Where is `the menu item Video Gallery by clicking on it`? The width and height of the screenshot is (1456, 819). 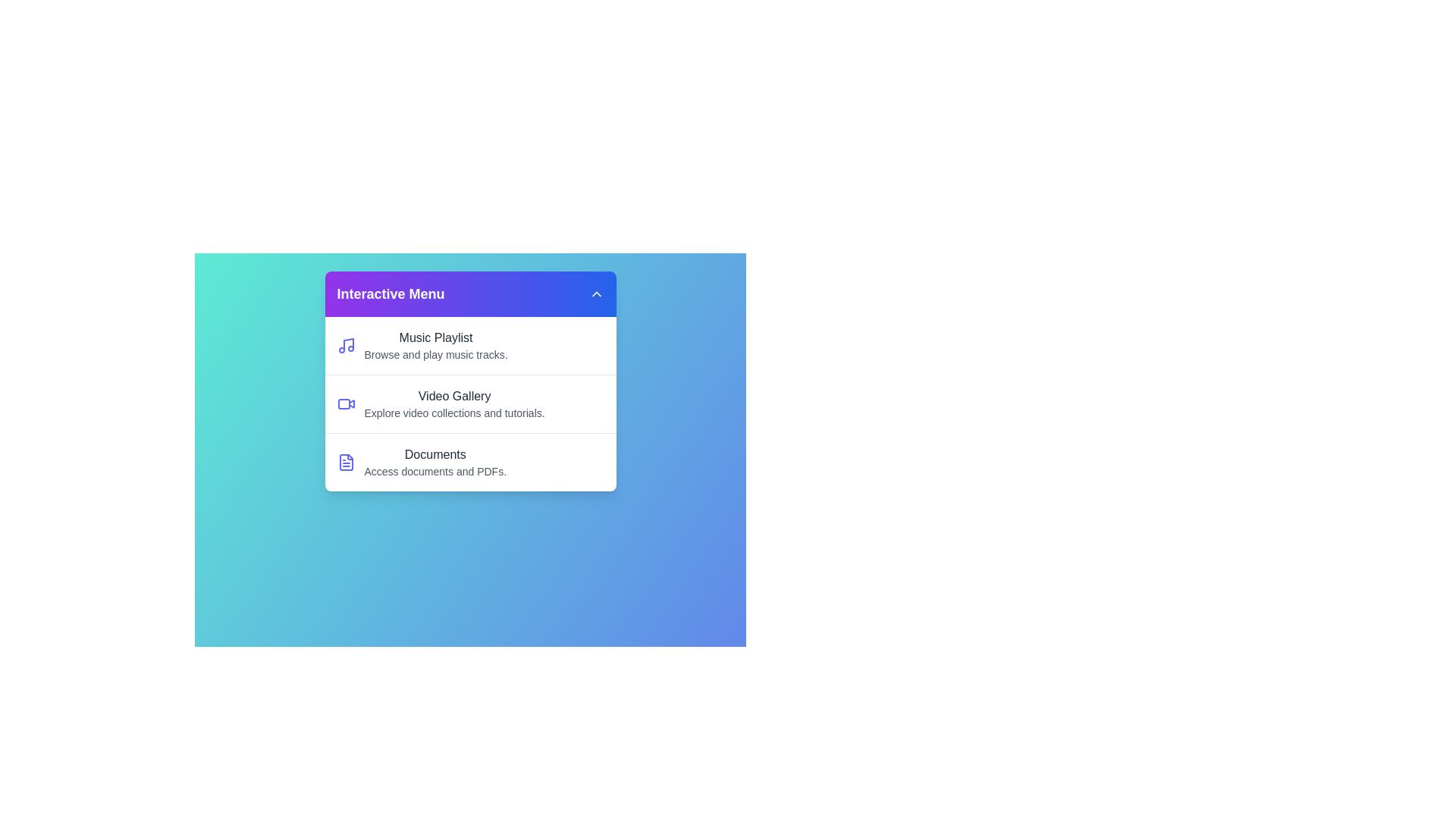 the menu item Video Gallery by clicking on it is located at coordinates (469, 403).